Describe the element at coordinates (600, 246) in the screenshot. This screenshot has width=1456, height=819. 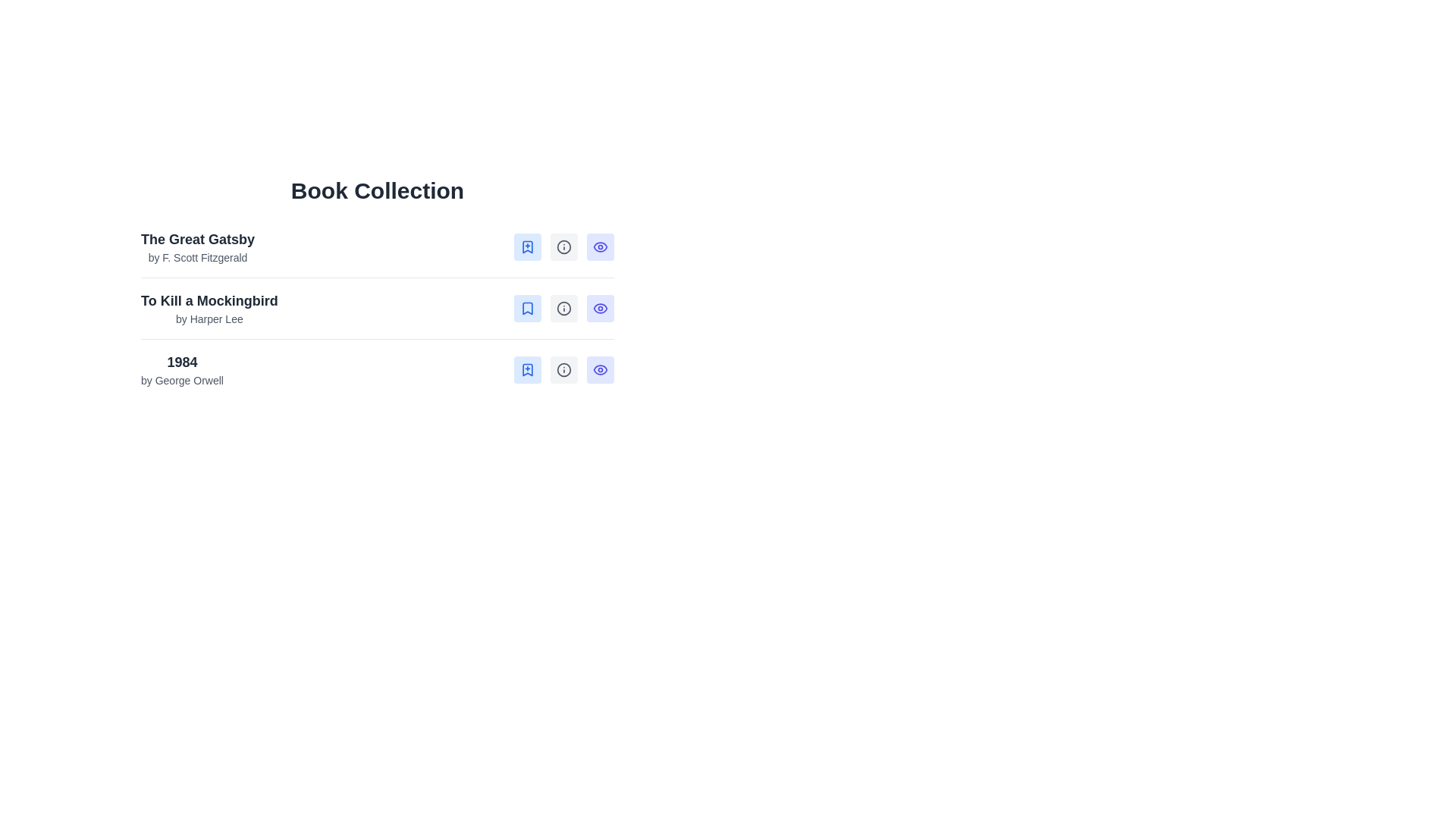
I see `the visibility options icon, which is the third icon in the action group next to the book title 'The Great Gatsby'` at that location.